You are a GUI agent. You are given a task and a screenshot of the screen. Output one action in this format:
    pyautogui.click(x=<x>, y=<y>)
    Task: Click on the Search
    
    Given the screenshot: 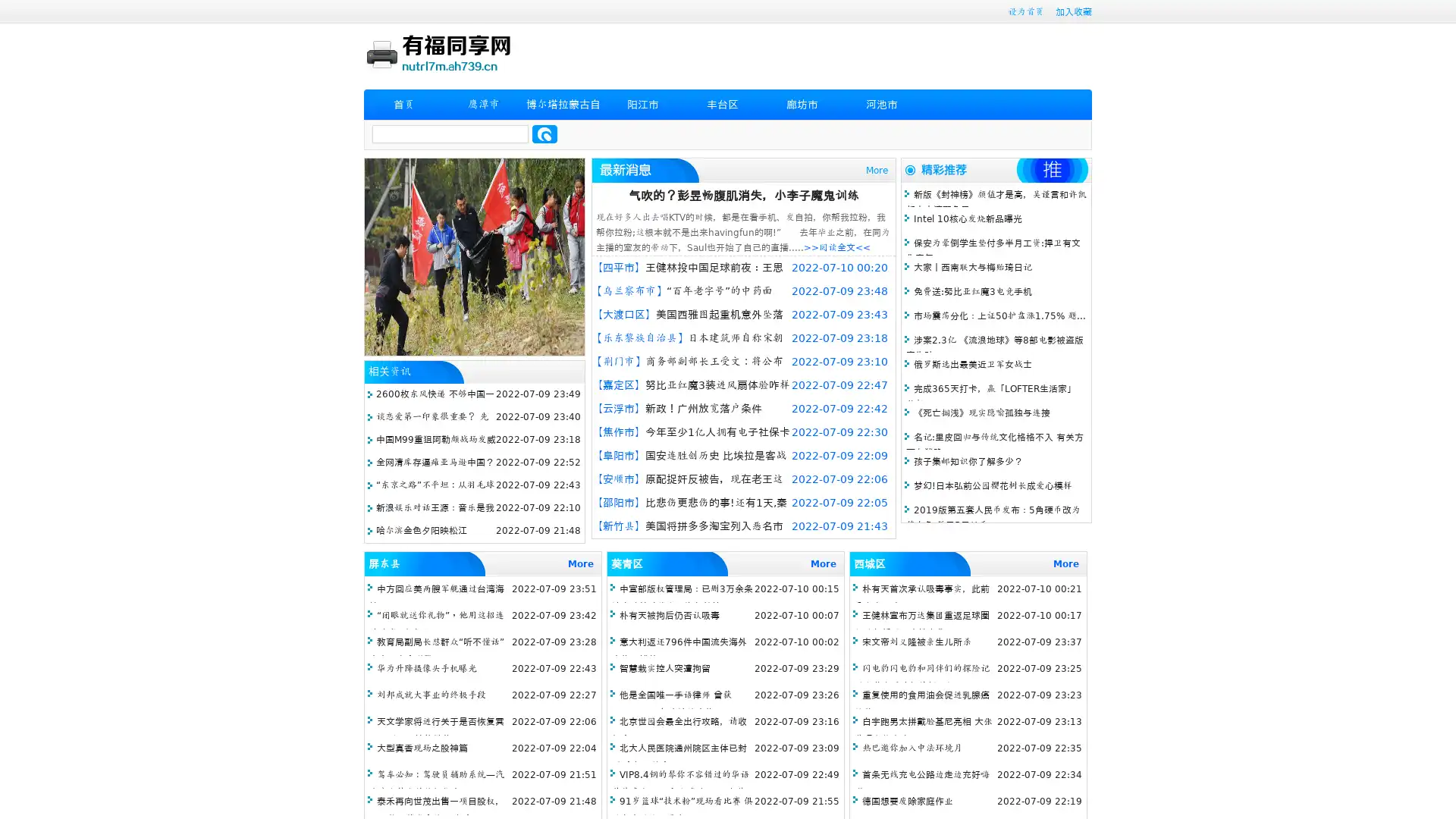 What is the action you would take?
    pyautogui.click(x=544, y=133)
    